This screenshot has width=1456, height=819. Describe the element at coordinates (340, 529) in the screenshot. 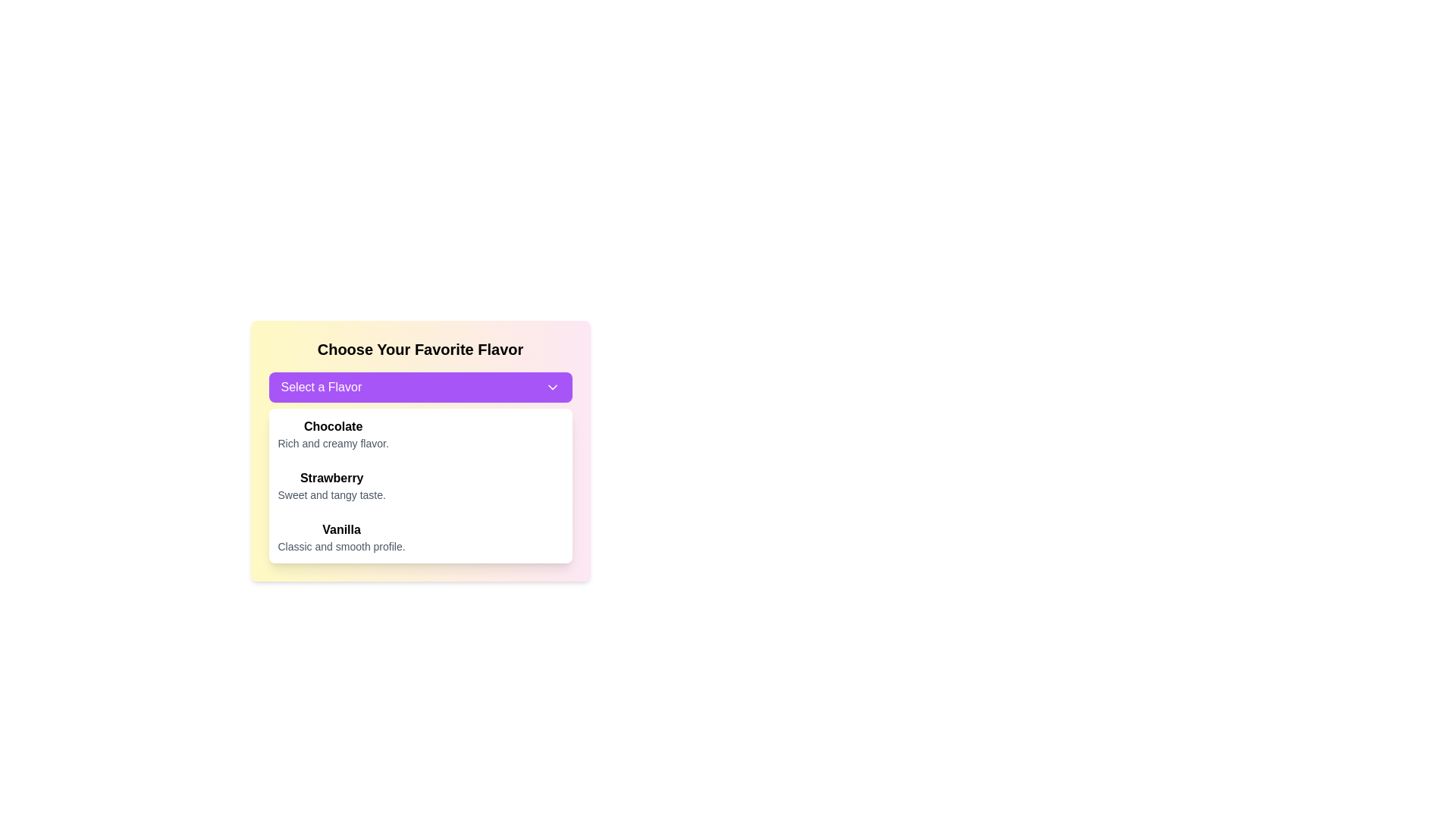

I see `the bold, black text label displaying 'Vanilla' located in the bottom row of a dropdown panel, following 'Chocolate' and 'Strawberry'` at that location.